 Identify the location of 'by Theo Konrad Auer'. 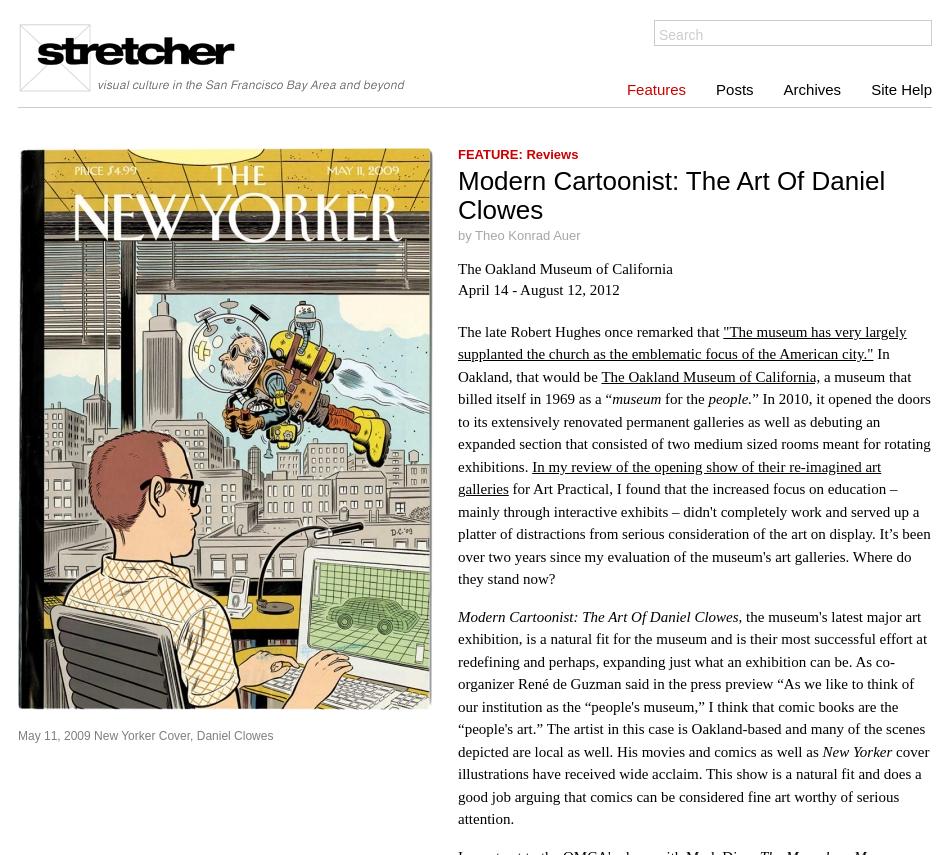
(518, 234).